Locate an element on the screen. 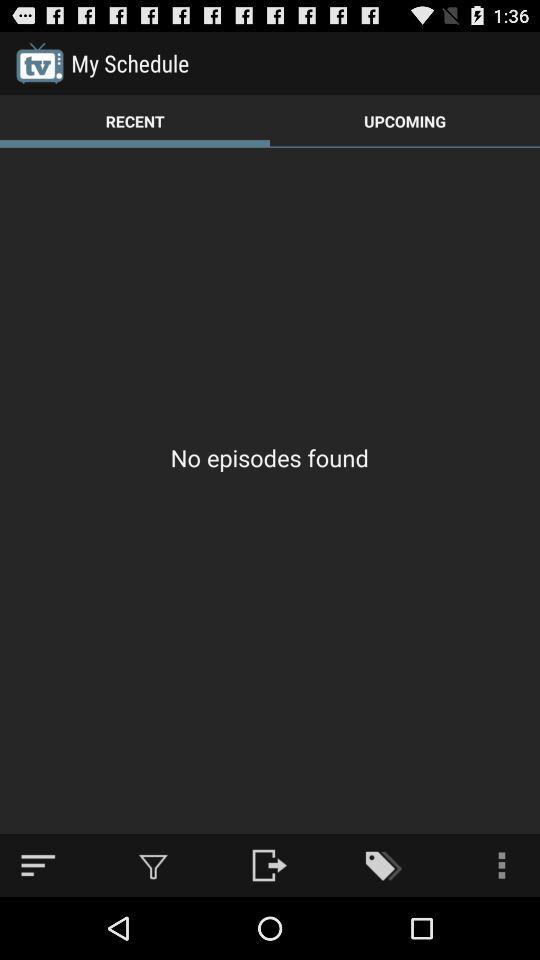 Image resolution: width=540 pixels, height=960 pixels. the app above no episodes found is located at coordinates (405, 120).